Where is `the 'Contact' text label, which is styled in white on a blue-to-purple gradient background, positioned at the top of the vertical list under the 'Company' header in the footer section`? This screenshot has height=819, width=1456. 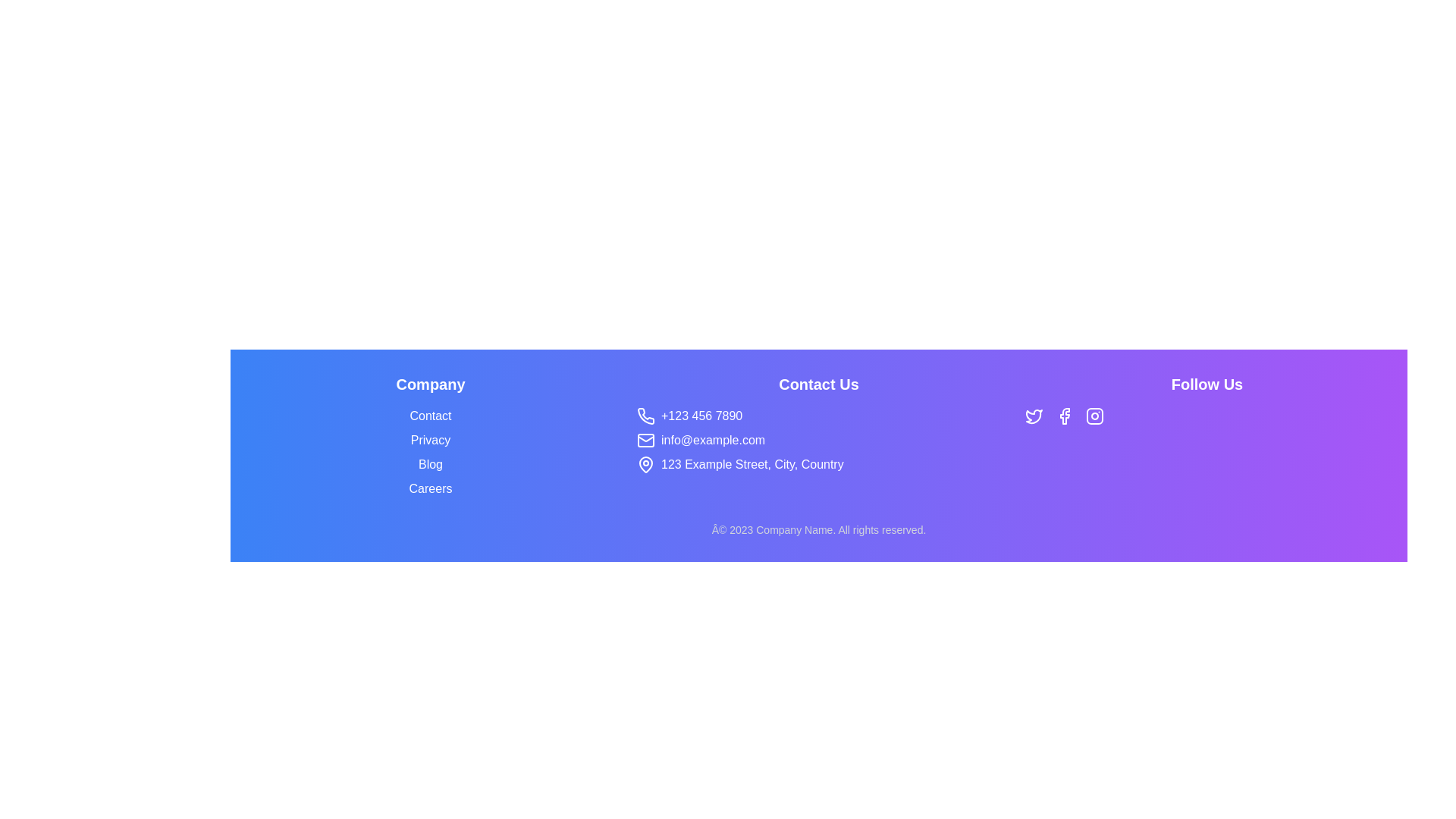 the 'Contact' text label, which is styled in white on a blue-to-purple gradient background, positioned at the top of the vertical list under the 'Company' header in the footer section is located at coordinates (429, 416).